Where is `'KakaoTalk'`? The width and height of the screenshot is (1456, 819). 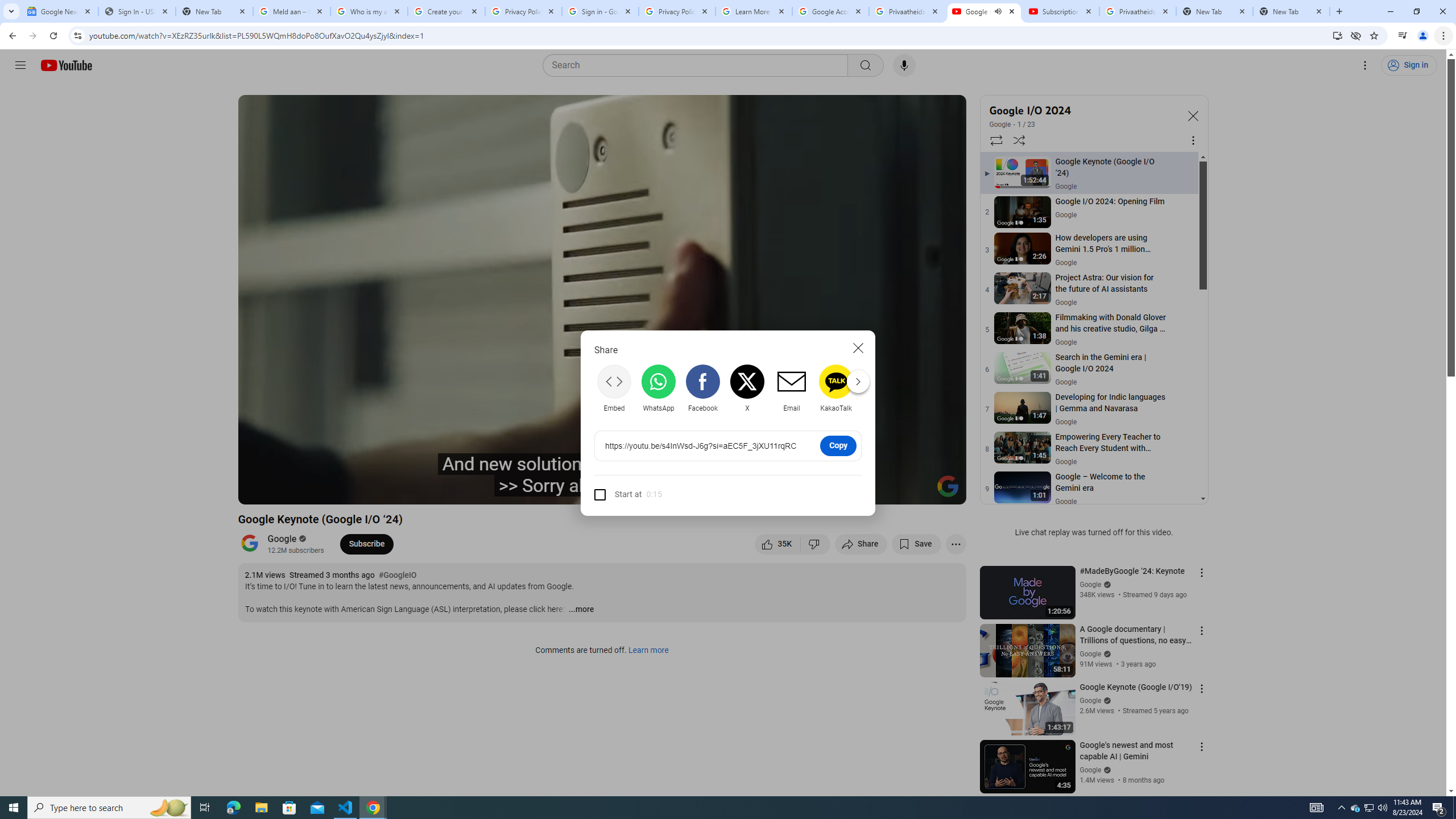 'KakaoTalk' is located at coordinates (835, 388).